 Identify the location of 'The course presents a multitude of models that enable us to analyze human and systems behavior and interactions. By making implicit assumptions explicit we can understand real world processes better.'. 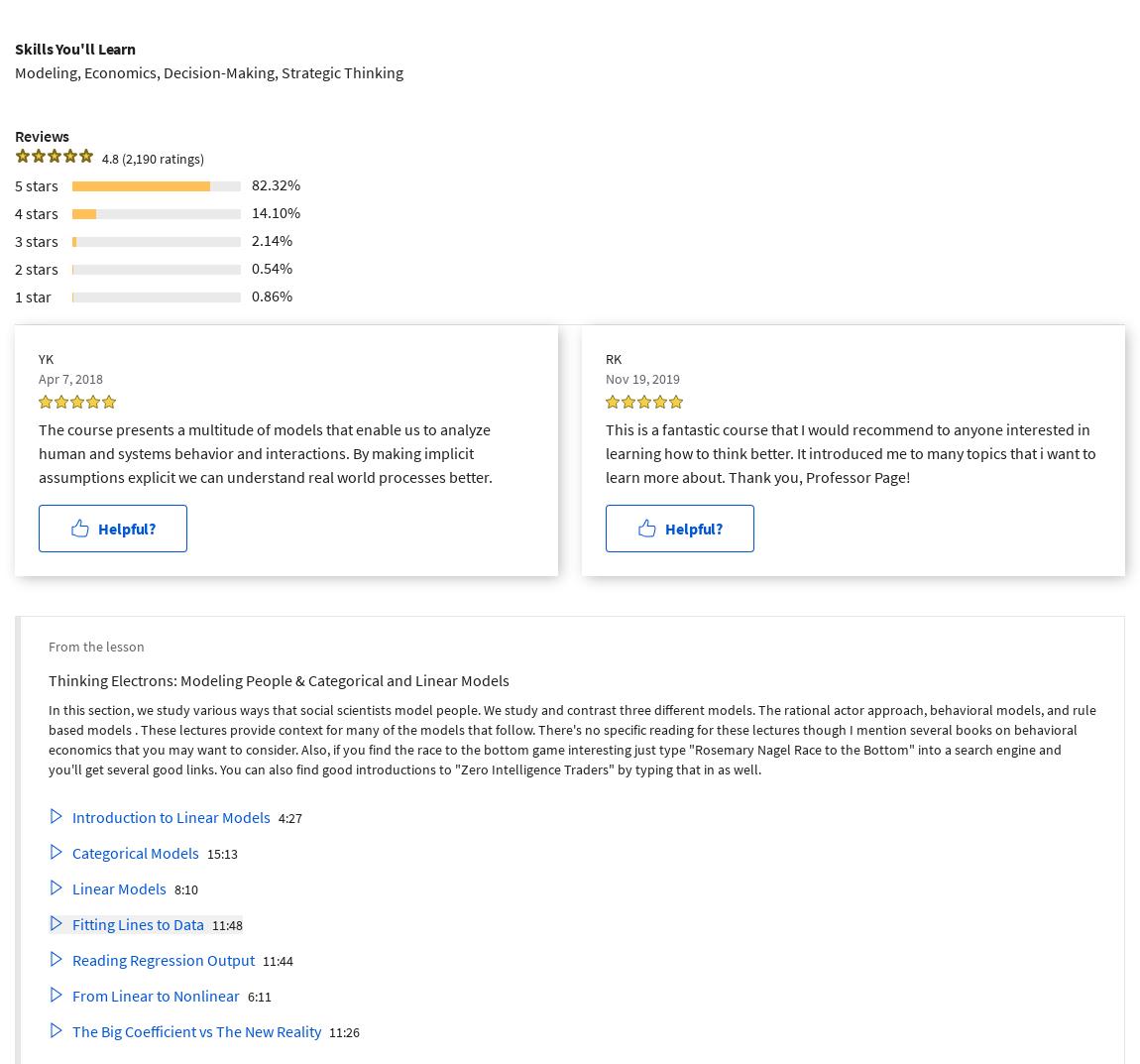
(264, 452).